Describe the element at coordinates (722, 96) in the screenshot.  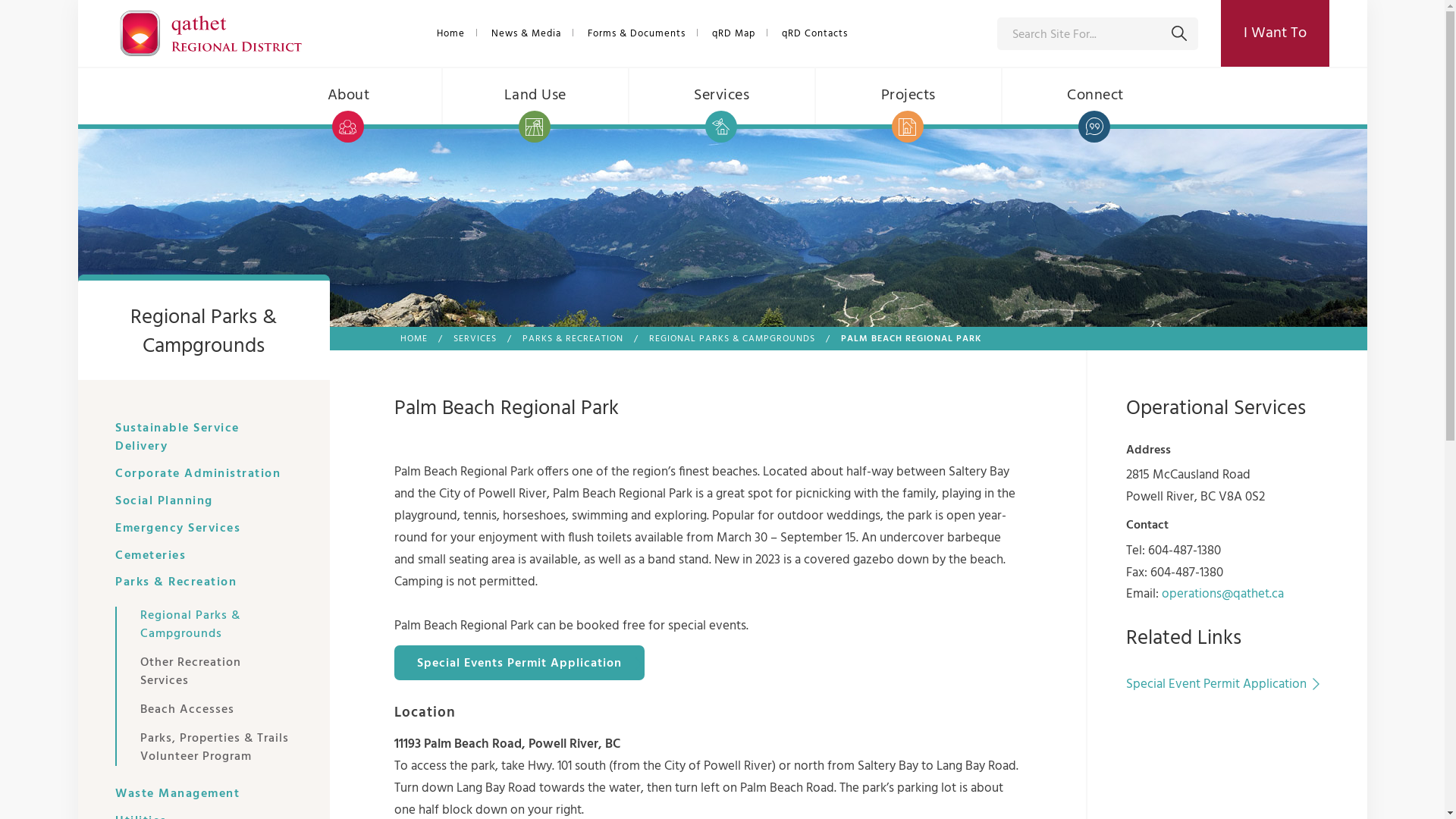
I see `'Services'` at that location.